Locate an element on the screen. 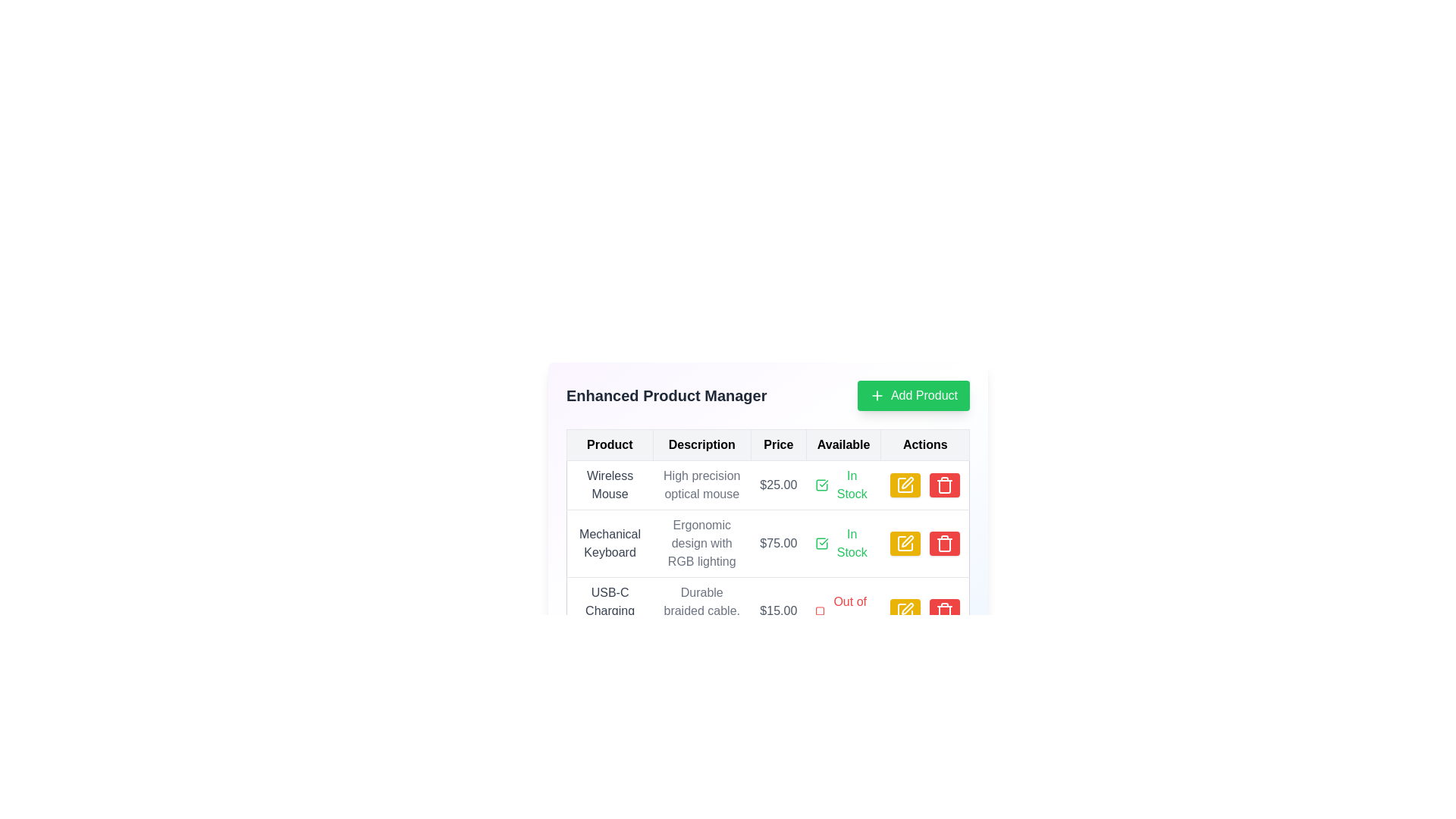  the delete icon button located in the 'Actions' column of the last row in the table is located at coordinates (943, 485).